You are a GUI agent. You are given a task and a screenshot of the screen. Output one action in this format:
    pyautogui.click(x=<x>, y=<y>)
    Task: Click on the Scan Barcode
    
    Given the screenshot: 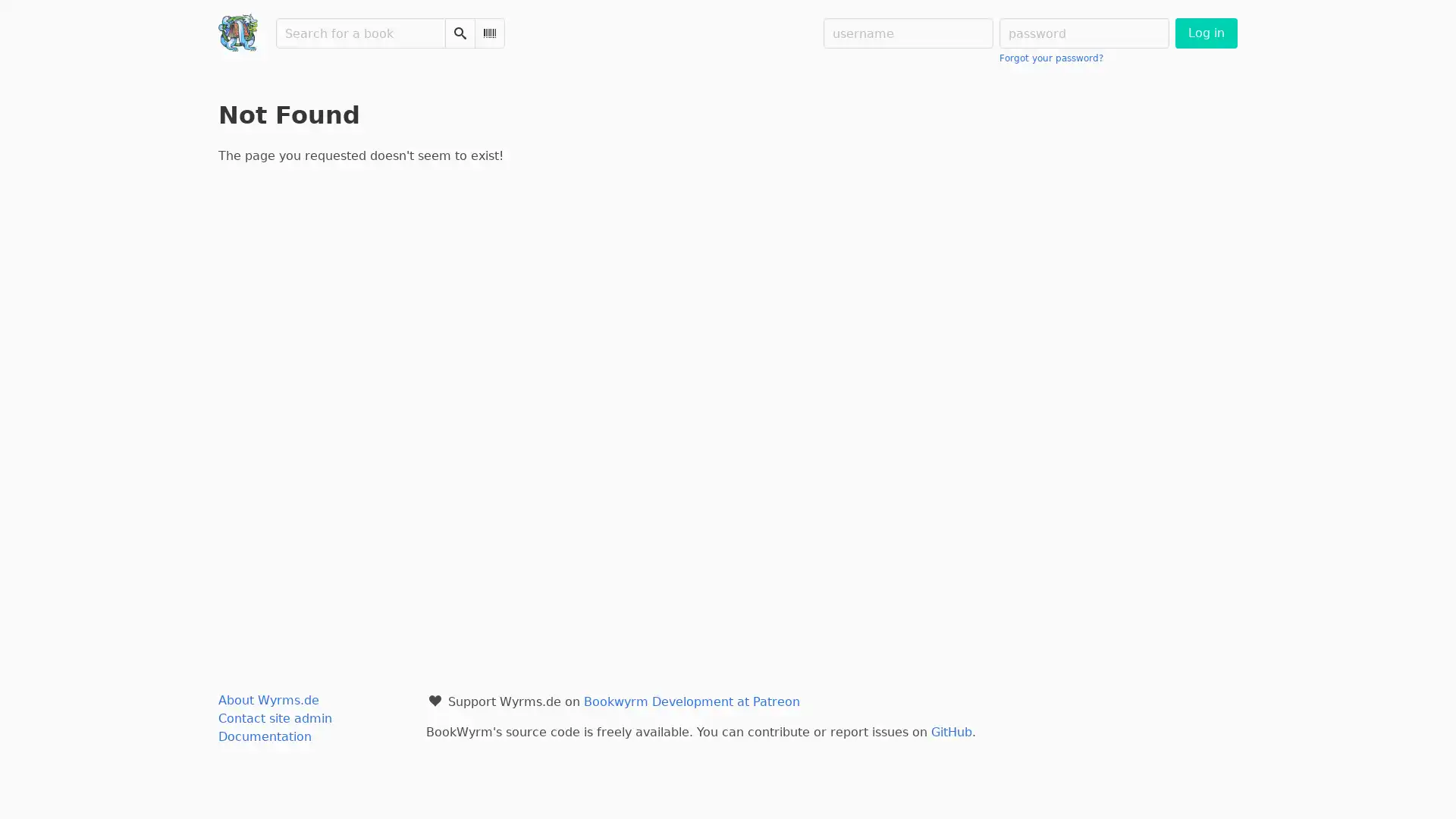 What is the action you would take?
    pyautogui.click(x=490, y=33)
    